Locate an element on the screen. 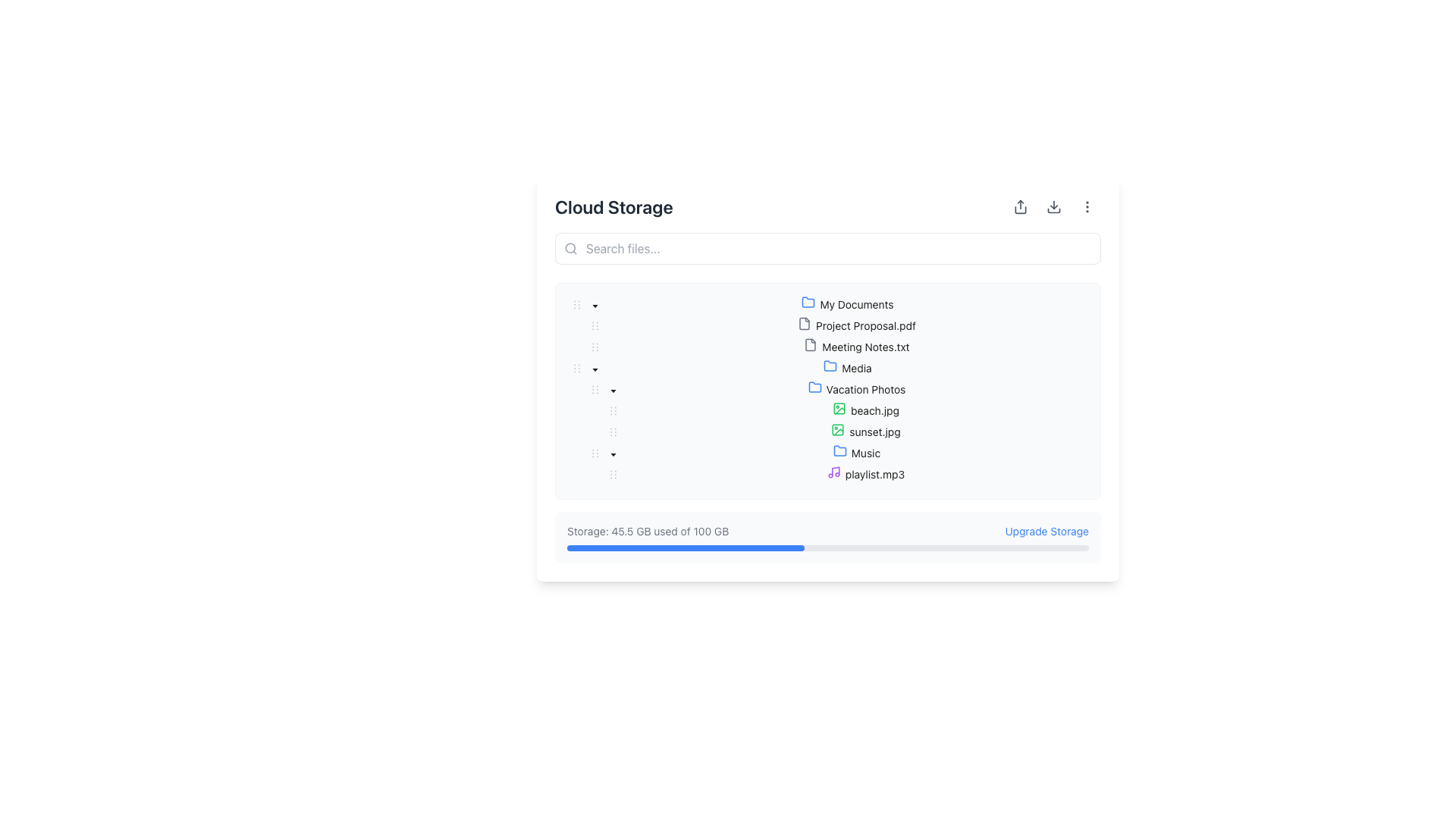  the filled portion of the progress bar that visually represents 45.5% of the total storage space used, located below the text 'Storage: 45.5 GB used of 100 GB.' is located at coordinates (685, 548).